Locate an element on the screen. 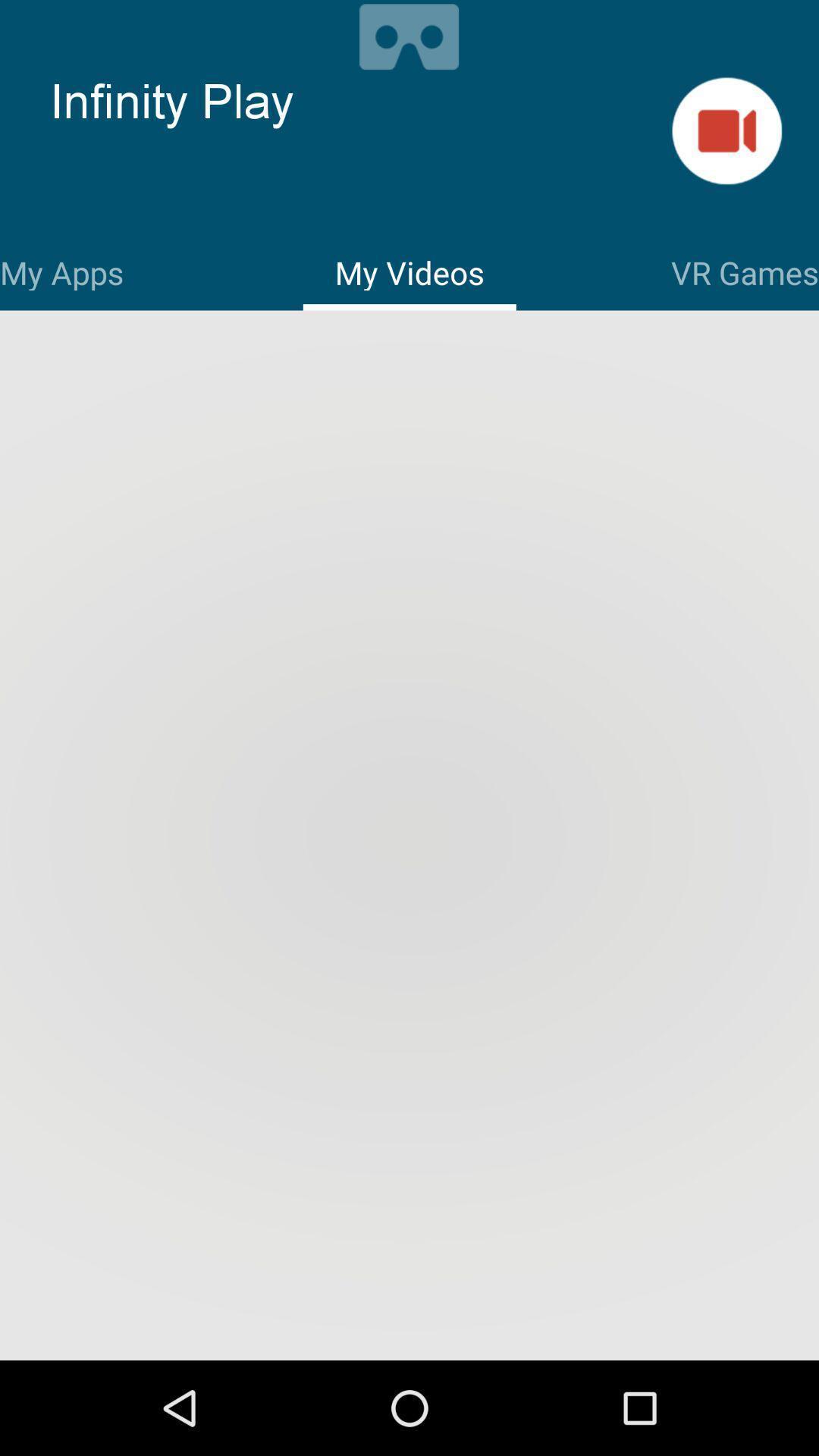 Image resolution: width=819 pixels, height=1456 pixels. record a video is located at coordinates (726, 130).